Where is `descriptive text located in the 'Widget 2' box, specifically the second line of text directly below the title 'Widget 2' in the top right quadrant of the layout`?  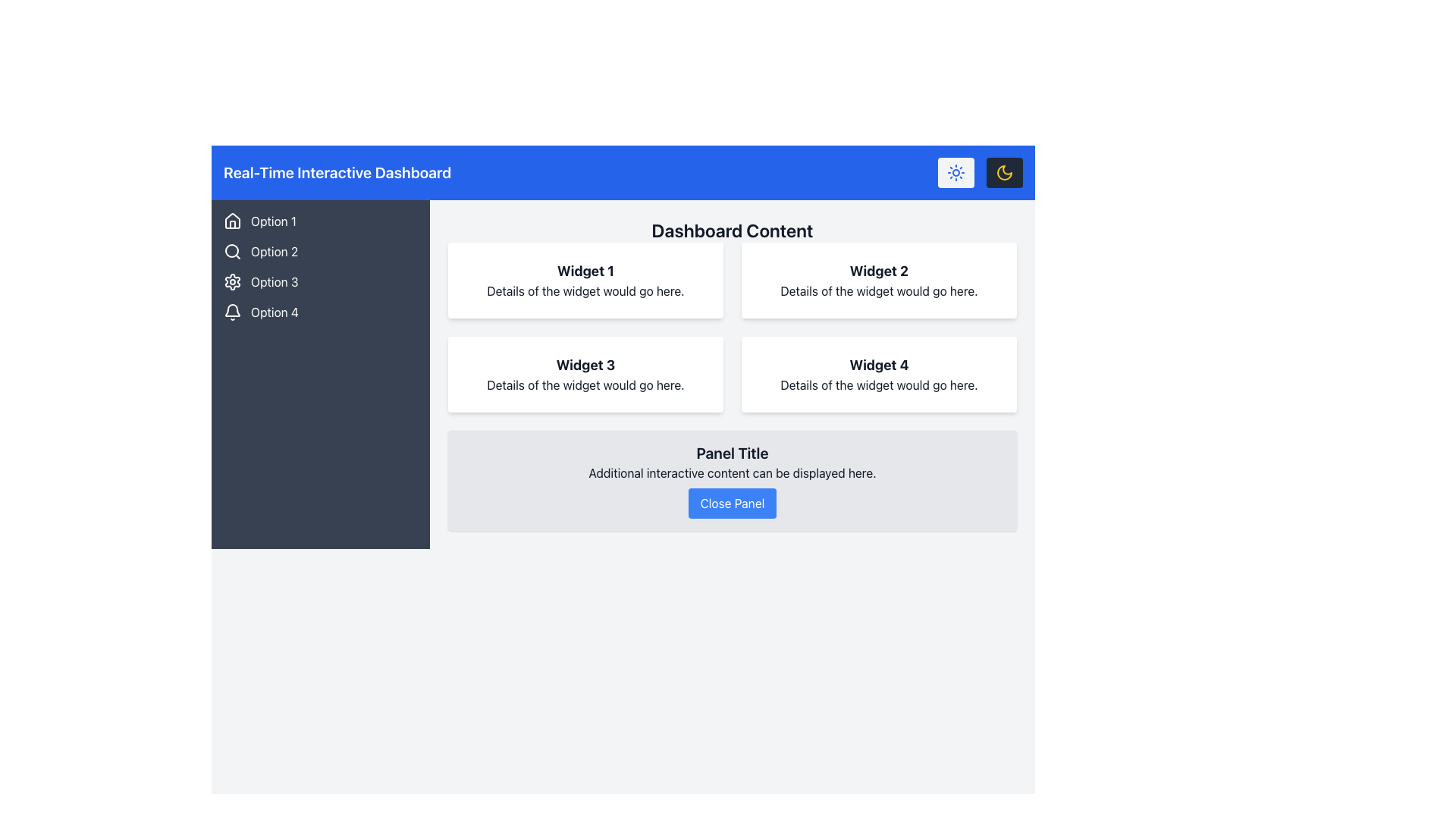
descriptive text located in the 'Widget 2' box, specifically the second line of text directly below the title 'Widget 2' in the top right quadrant of the layout is located at coordinates (879, 291).